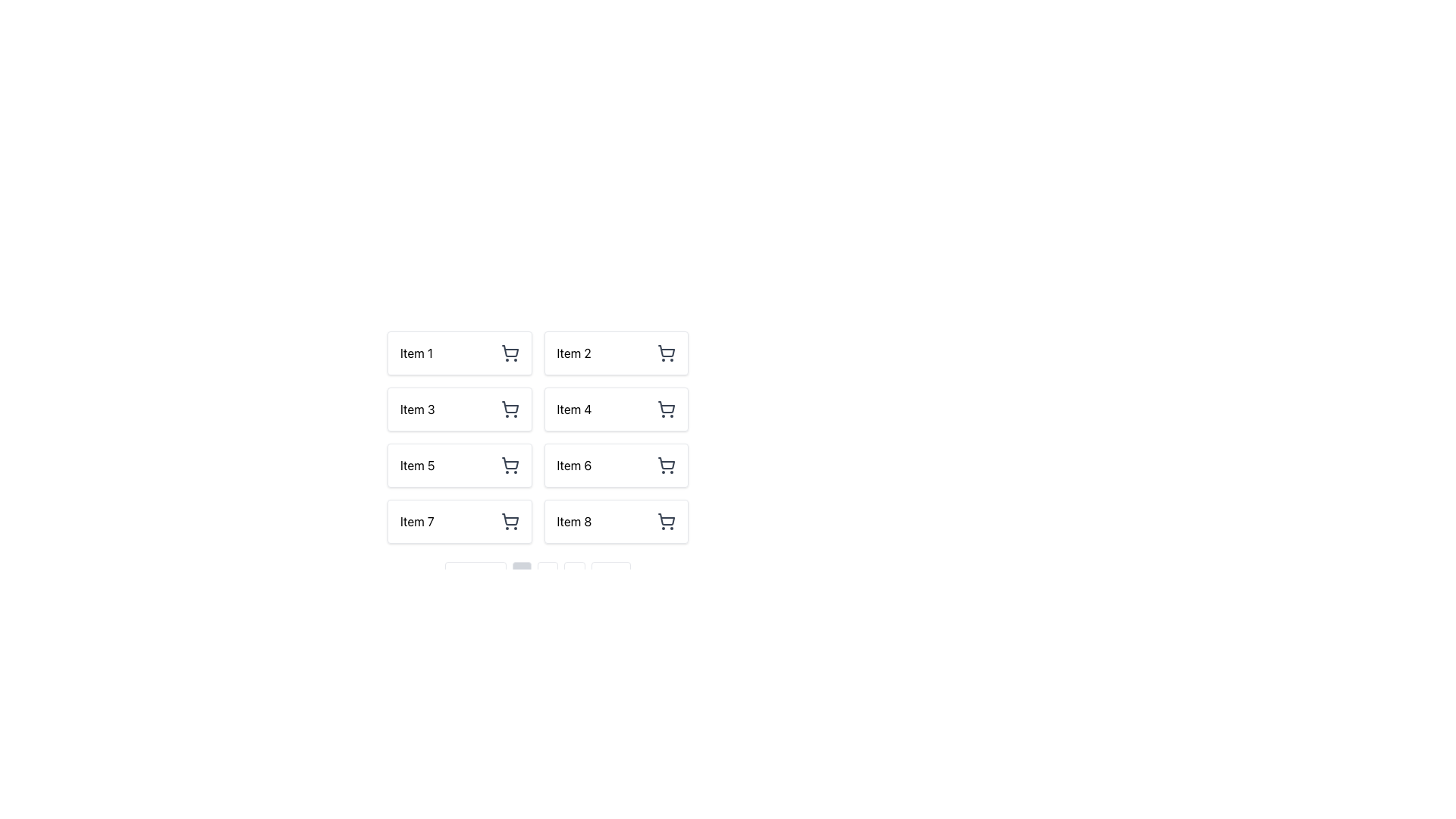 The image size is (1456, 819). I want to click on text content of the text label displaying 'Item 5' which is aligned to the left in the fifth row of a vertically stacked grid, so click(417, 464).